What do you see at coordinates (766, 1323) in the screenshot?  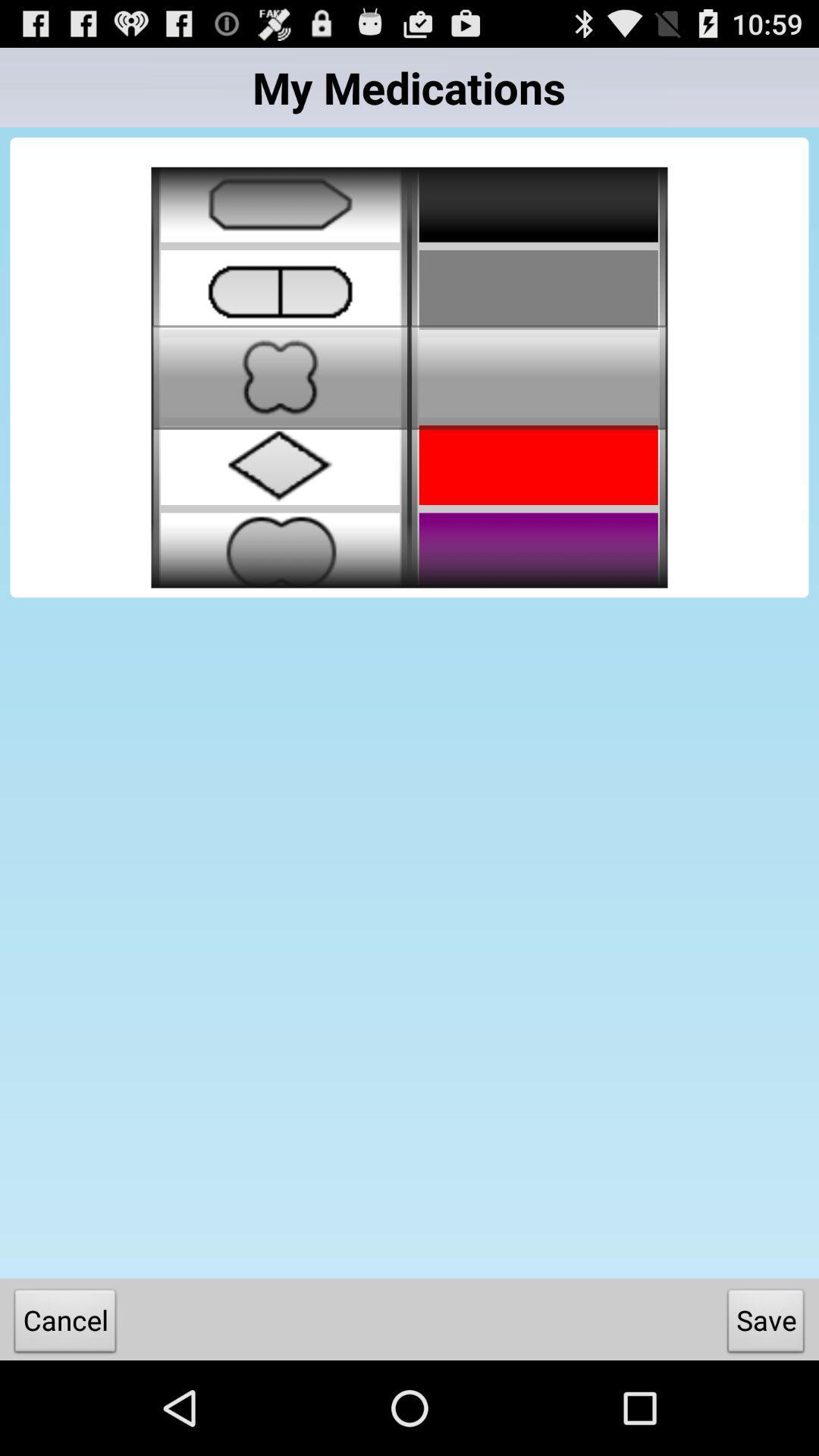 I see `the item next to cancel` at bounding box center [766, 1323].